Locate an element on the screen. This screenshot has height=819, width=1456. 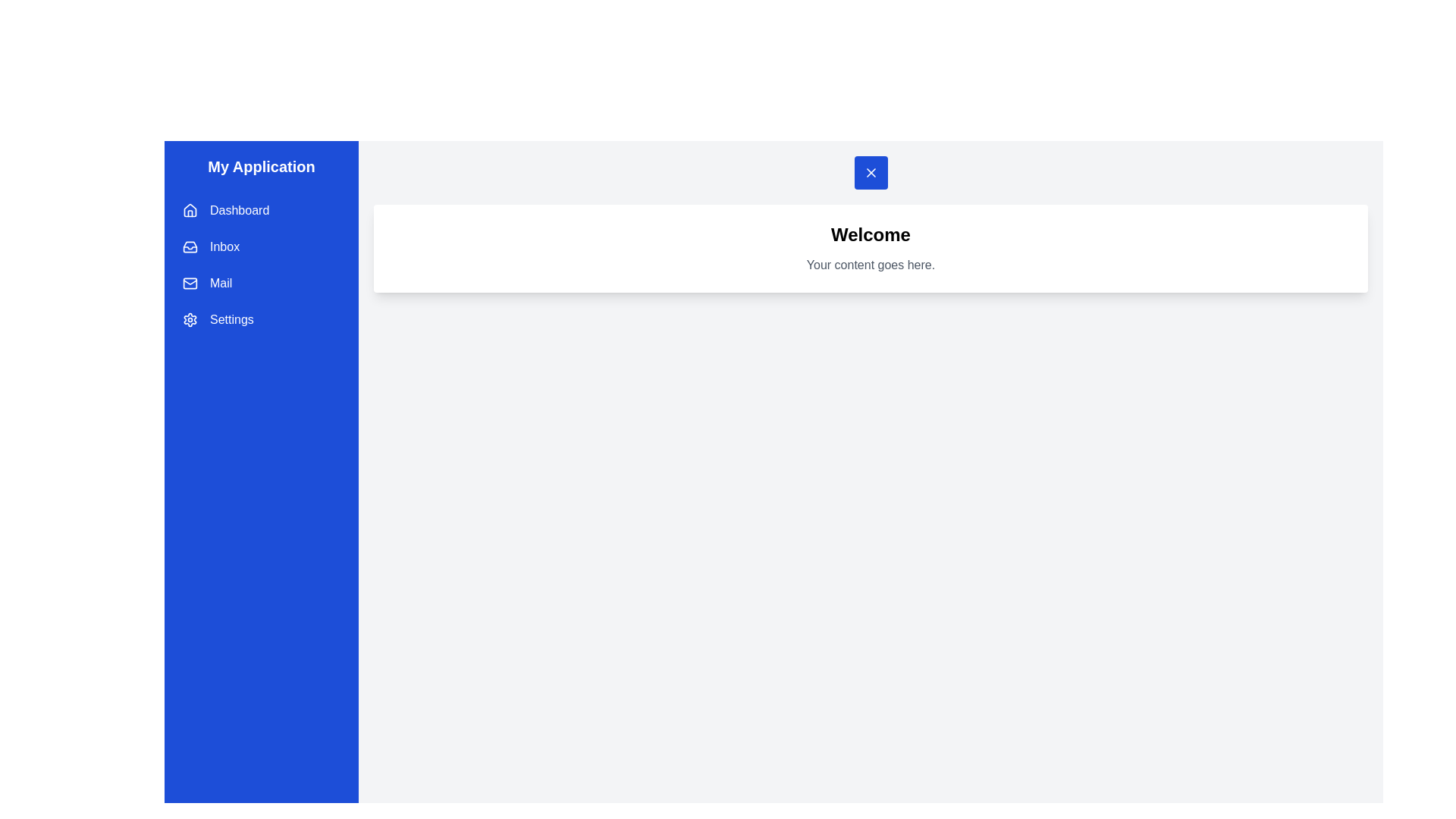
the drawer menu item labeled Inbox is located at coordinates (262, 246).